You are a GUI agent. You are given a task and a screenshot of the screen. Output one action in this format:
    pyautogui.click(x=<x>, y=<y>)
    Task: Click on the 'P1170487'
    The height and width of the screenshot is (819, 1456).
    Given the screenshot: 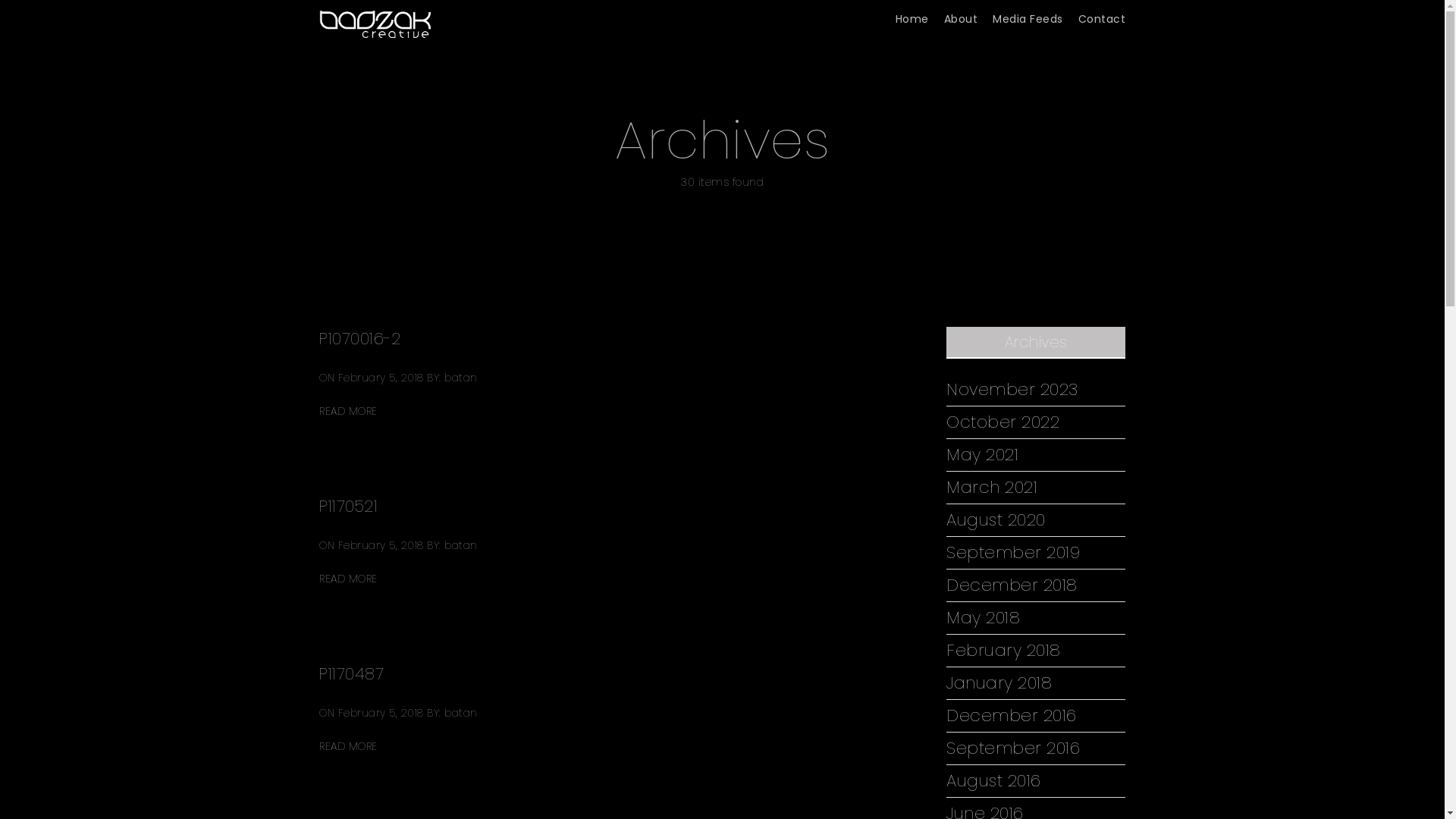 What is the action you would take?
    pyautogui.click(x=350, y=673)
    